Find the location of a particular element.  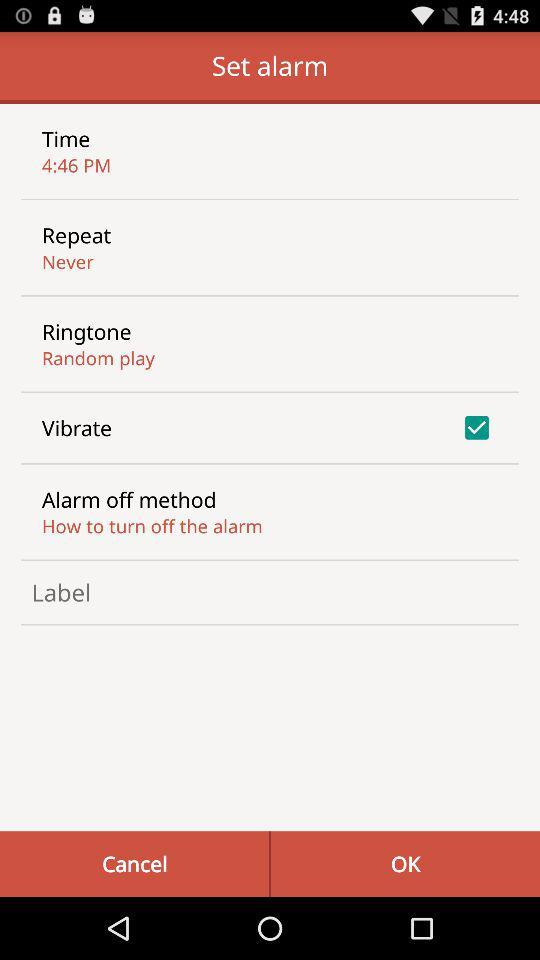

choose label is located at coordinates (270, 592).